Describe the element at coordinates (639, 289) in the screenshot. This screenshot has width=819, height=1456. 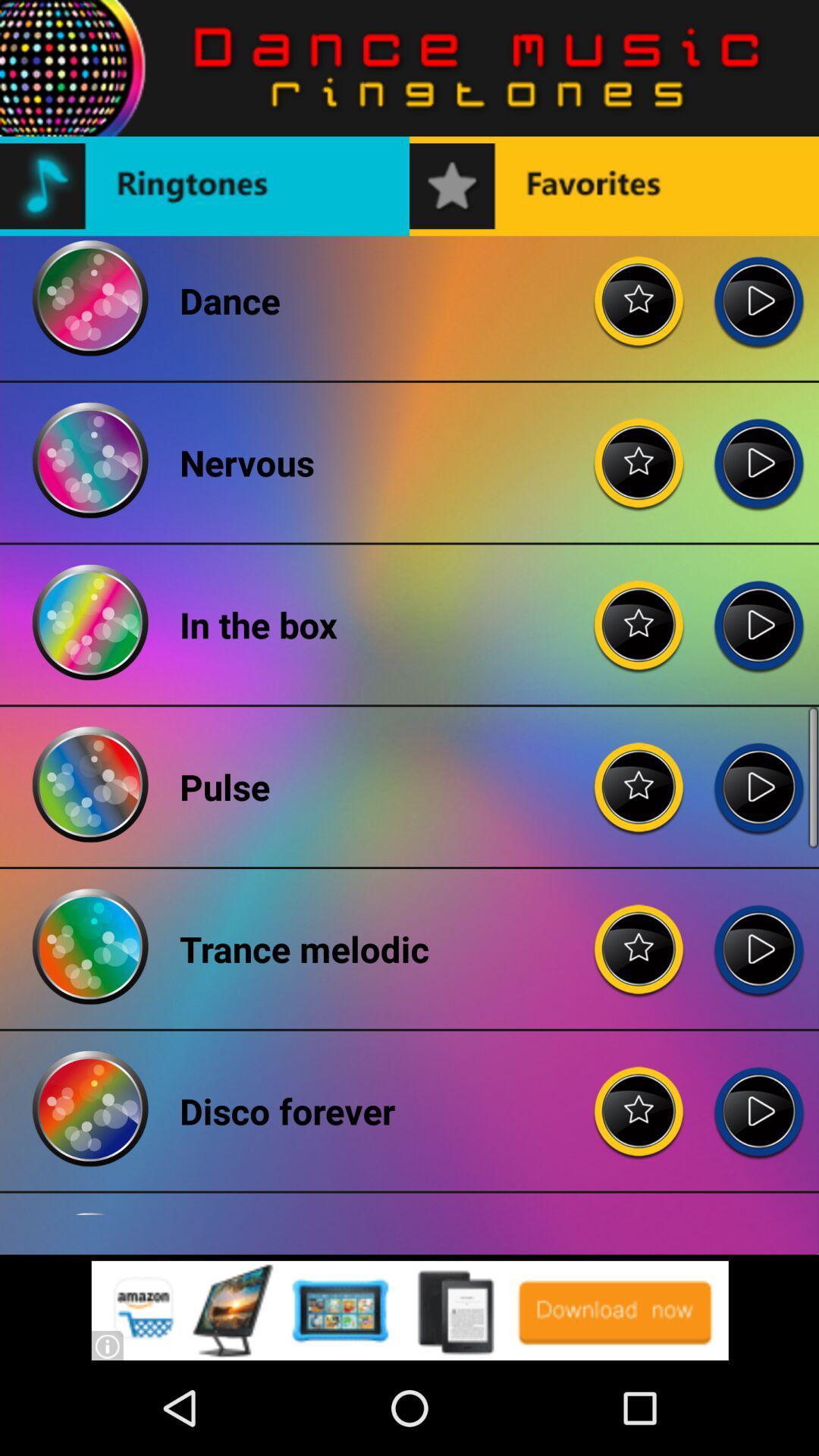
I see `adding favorites` at that location.